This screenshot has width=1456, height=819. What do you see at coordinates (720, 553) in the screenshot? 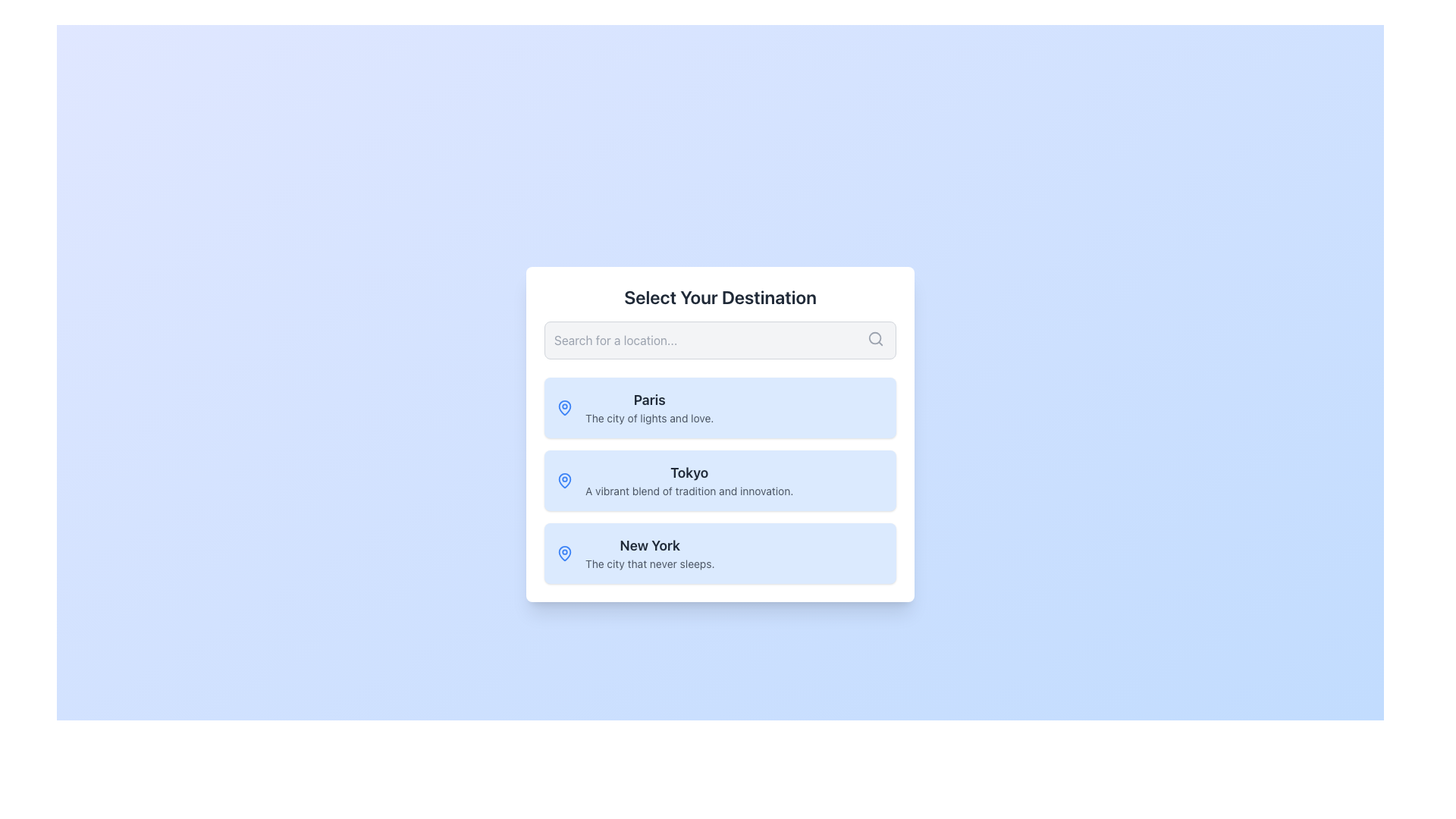
I see `the third item in the selection menu labeled 'New York'` at bounding box center [720, 553].